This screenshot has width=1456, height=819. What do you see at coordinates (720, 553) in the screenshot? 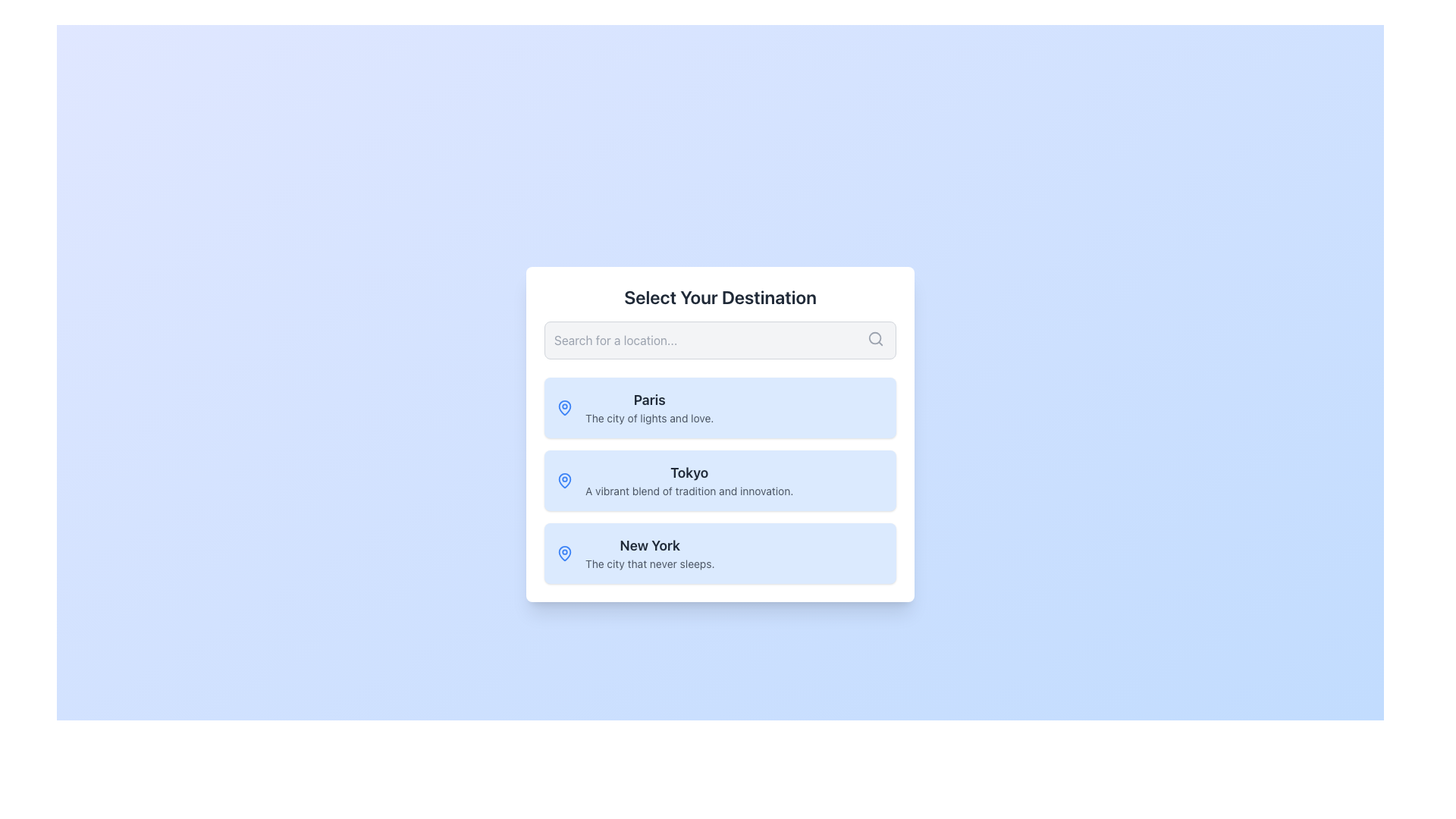
I see `the third item in the selection menu labeled 'New York'` at bounding box center [720, 553].